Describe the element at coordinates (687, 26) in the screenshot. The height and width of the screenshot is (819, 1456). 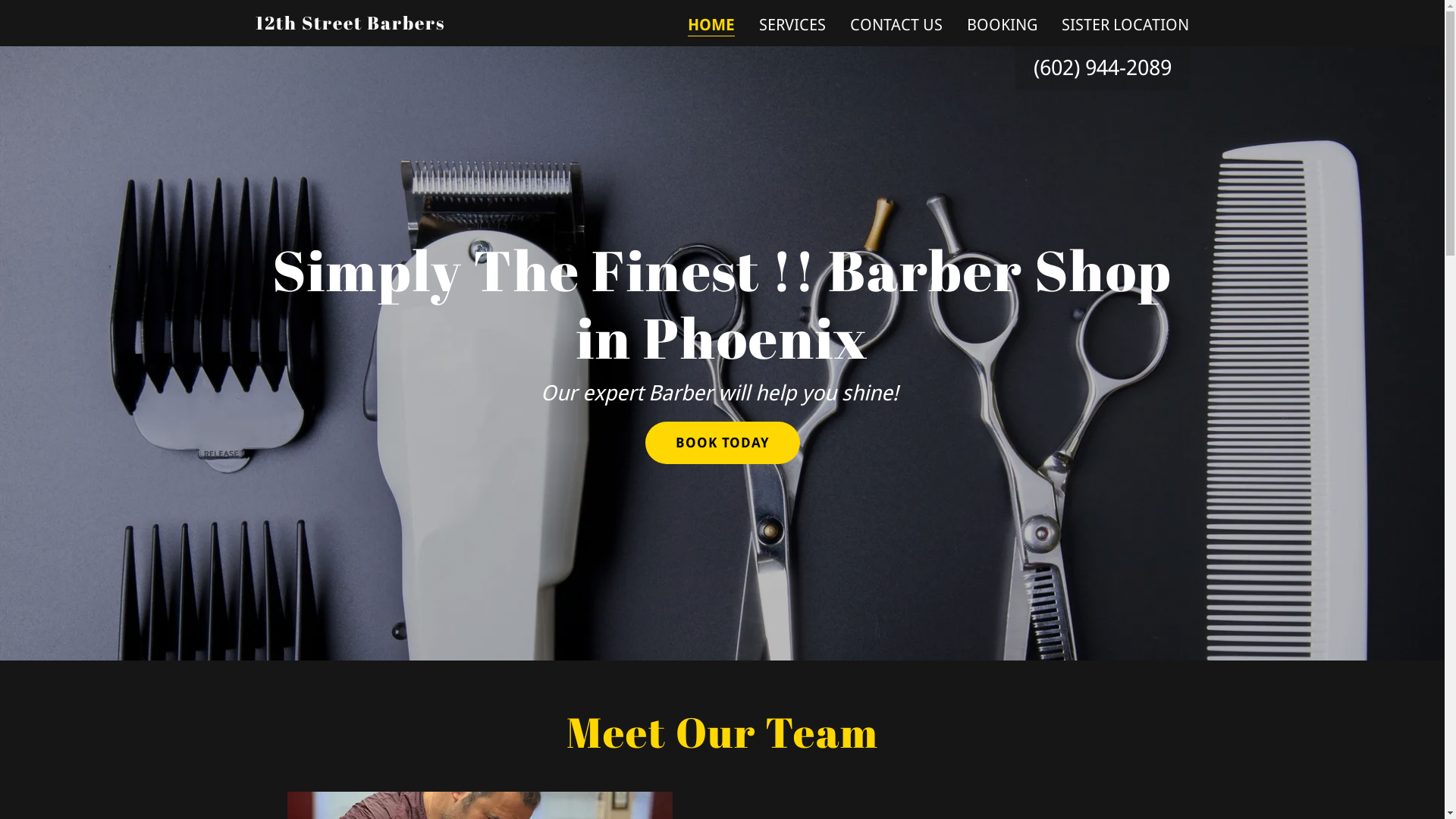
I see `'HOME'` at that location.